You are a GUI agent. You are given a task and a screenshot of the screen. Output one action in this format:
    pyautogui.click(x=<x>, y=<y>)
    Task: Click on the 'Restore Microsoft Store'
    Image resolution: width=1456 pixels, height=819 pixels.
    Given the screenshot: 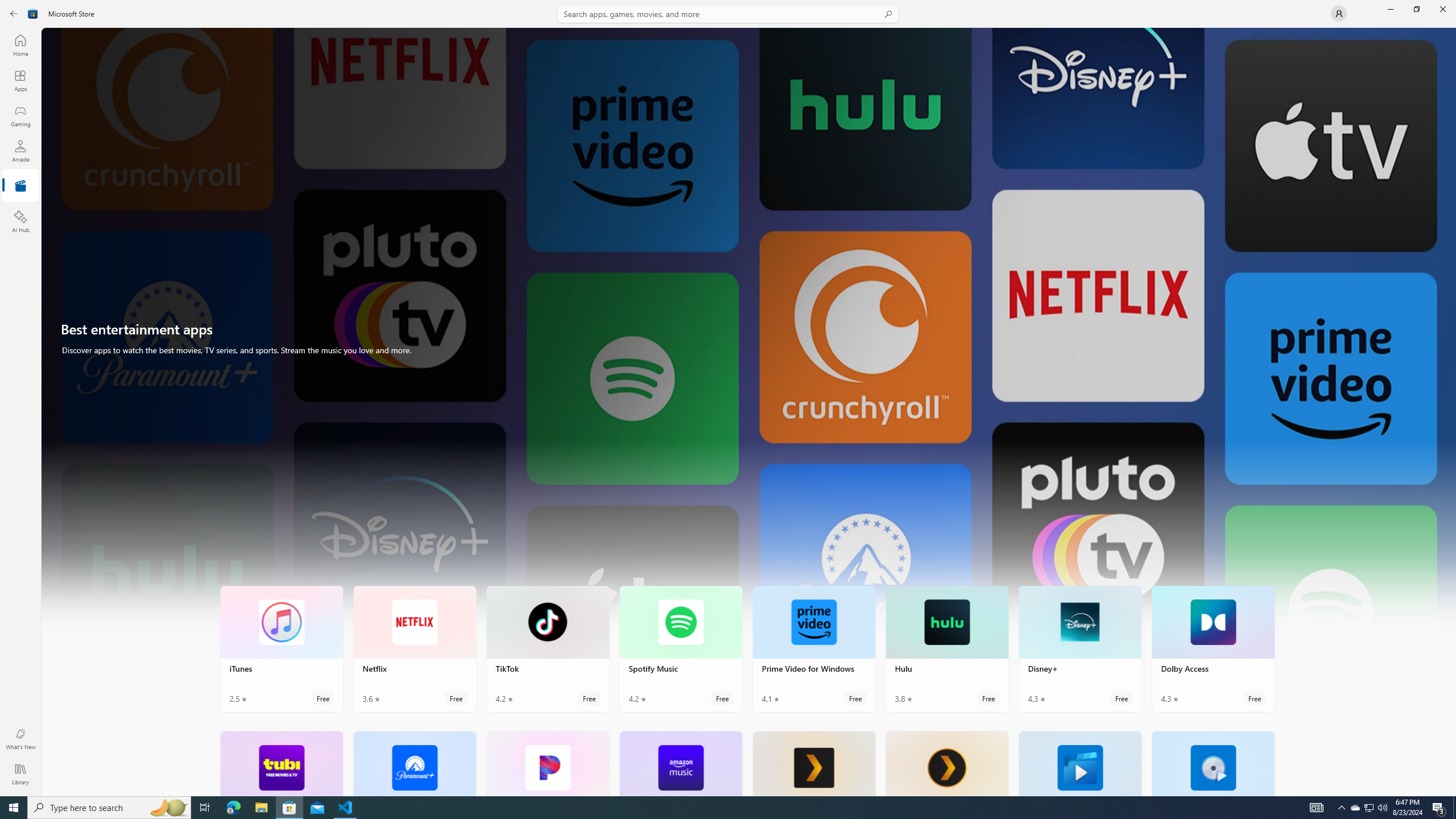 What is the action you would take?
    pyautogui.click(x=1416, y=9)
    